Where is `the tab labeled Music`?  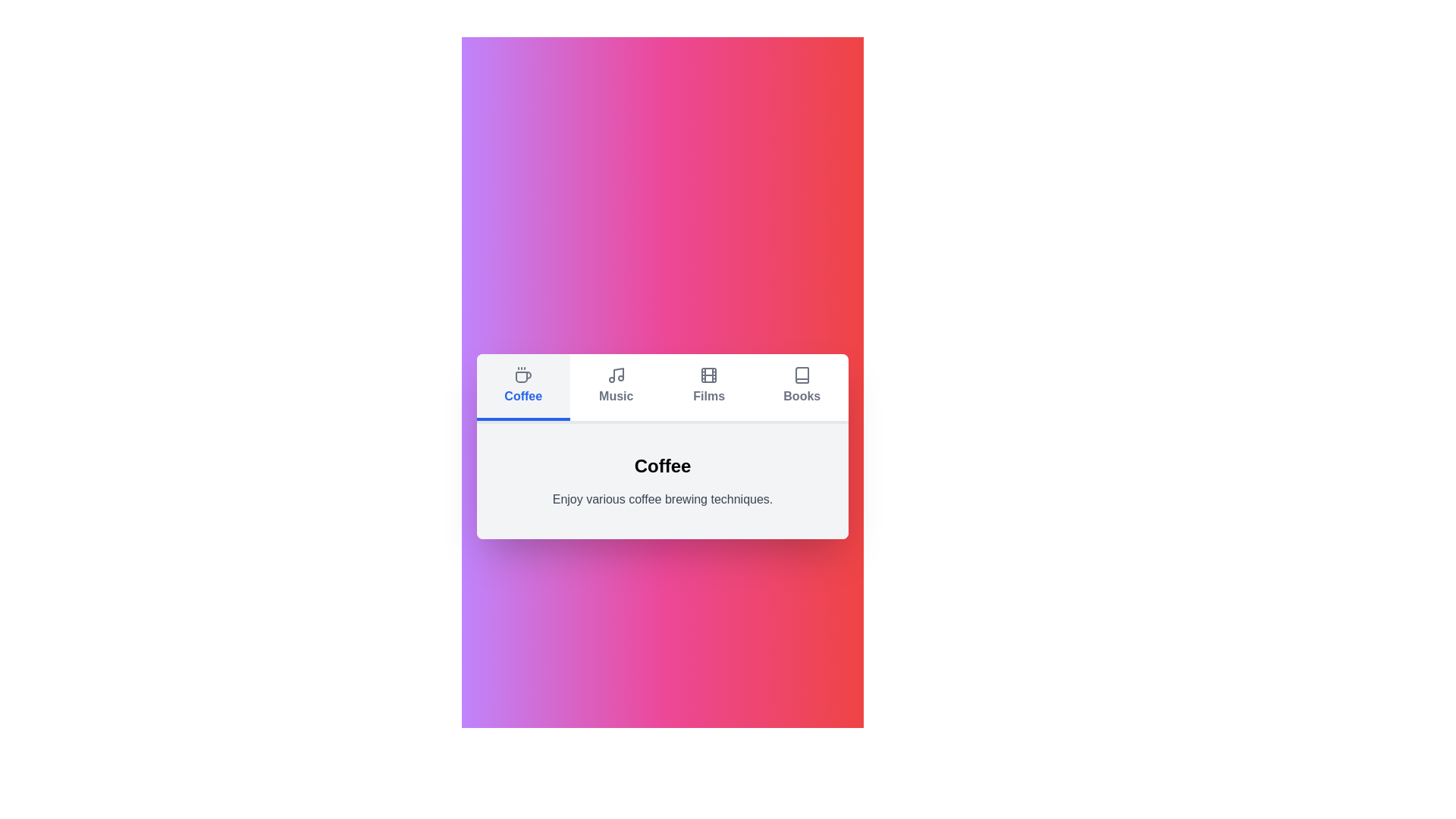
the tab labeled Music is located at coordinates (616, 386).